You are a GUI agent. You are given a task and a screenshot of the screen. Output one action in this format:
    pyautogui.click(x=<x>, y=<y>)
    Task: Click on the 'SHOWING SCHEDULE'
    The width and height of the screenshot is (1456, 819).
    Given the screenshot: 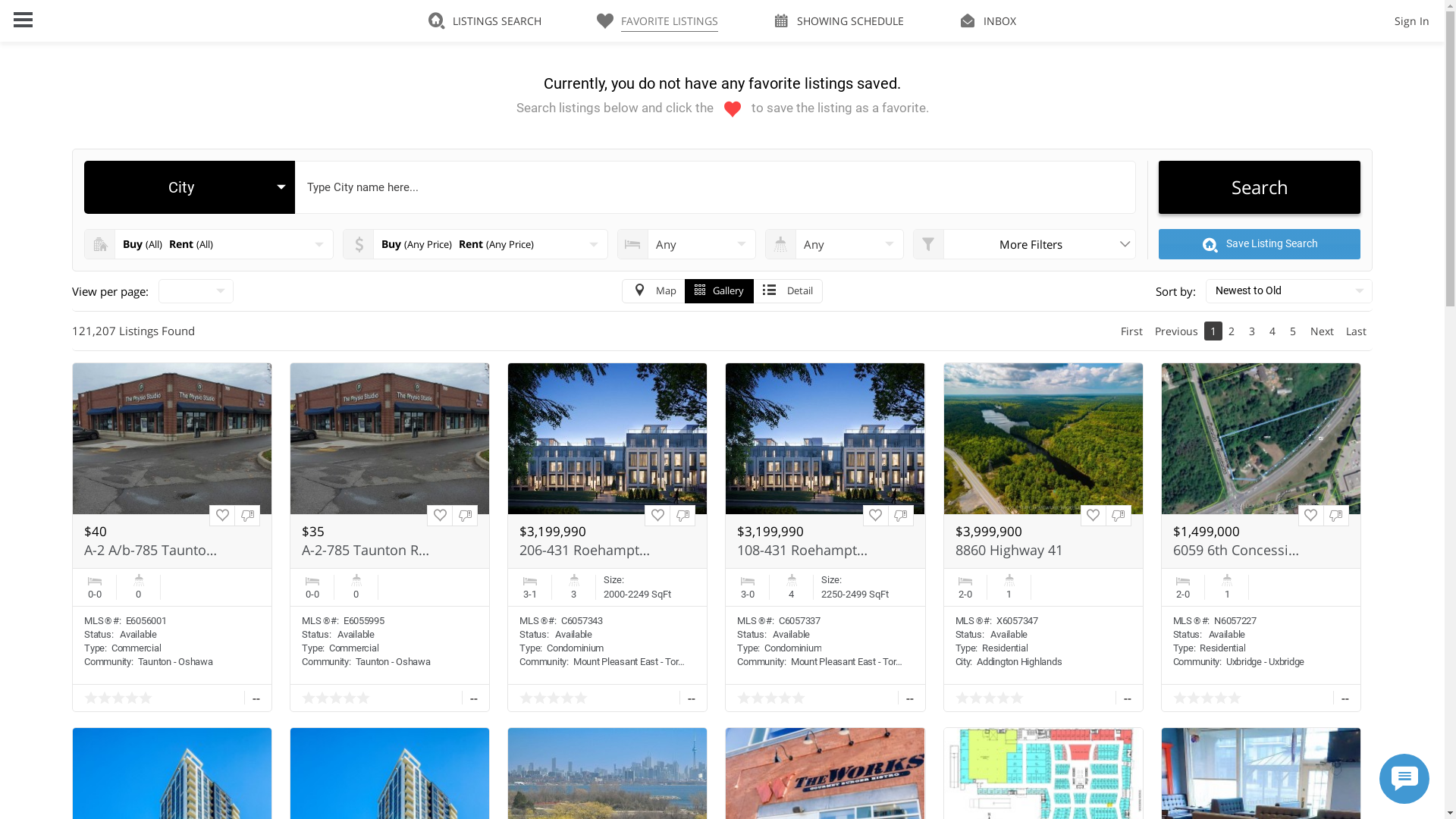 What is the action you would take?
    pyautogui.click(x=837, y=20)
    